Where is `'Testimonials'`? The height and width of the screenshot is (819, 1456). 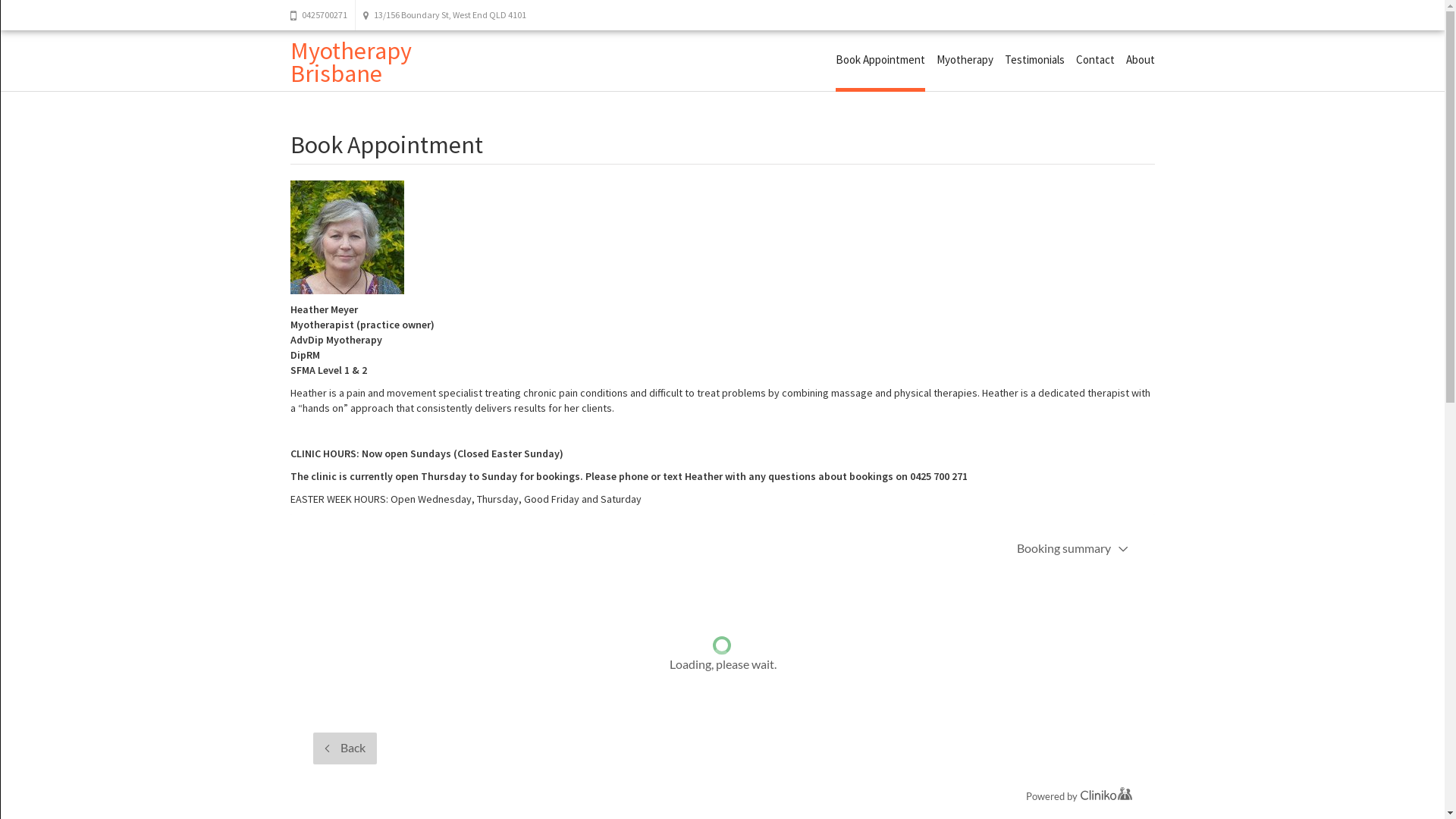 'Testimonials' is located at coordinates (1033, 58).